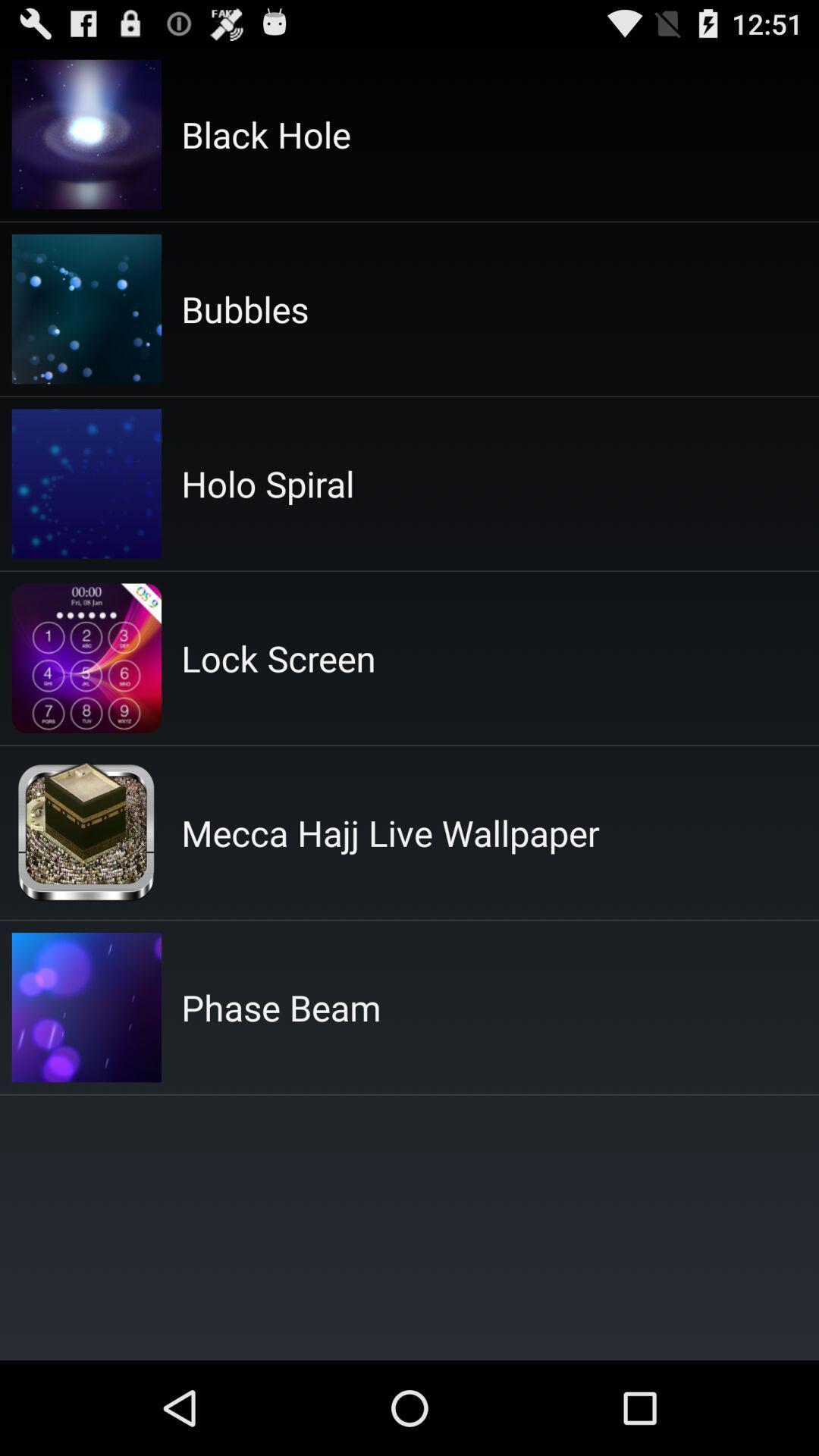 This screenshot has width=819, height=1456. What do you see at coordinates (244, 308) in the screenshot?
I see `the icon below black hole` at bounding box center [244, 308].